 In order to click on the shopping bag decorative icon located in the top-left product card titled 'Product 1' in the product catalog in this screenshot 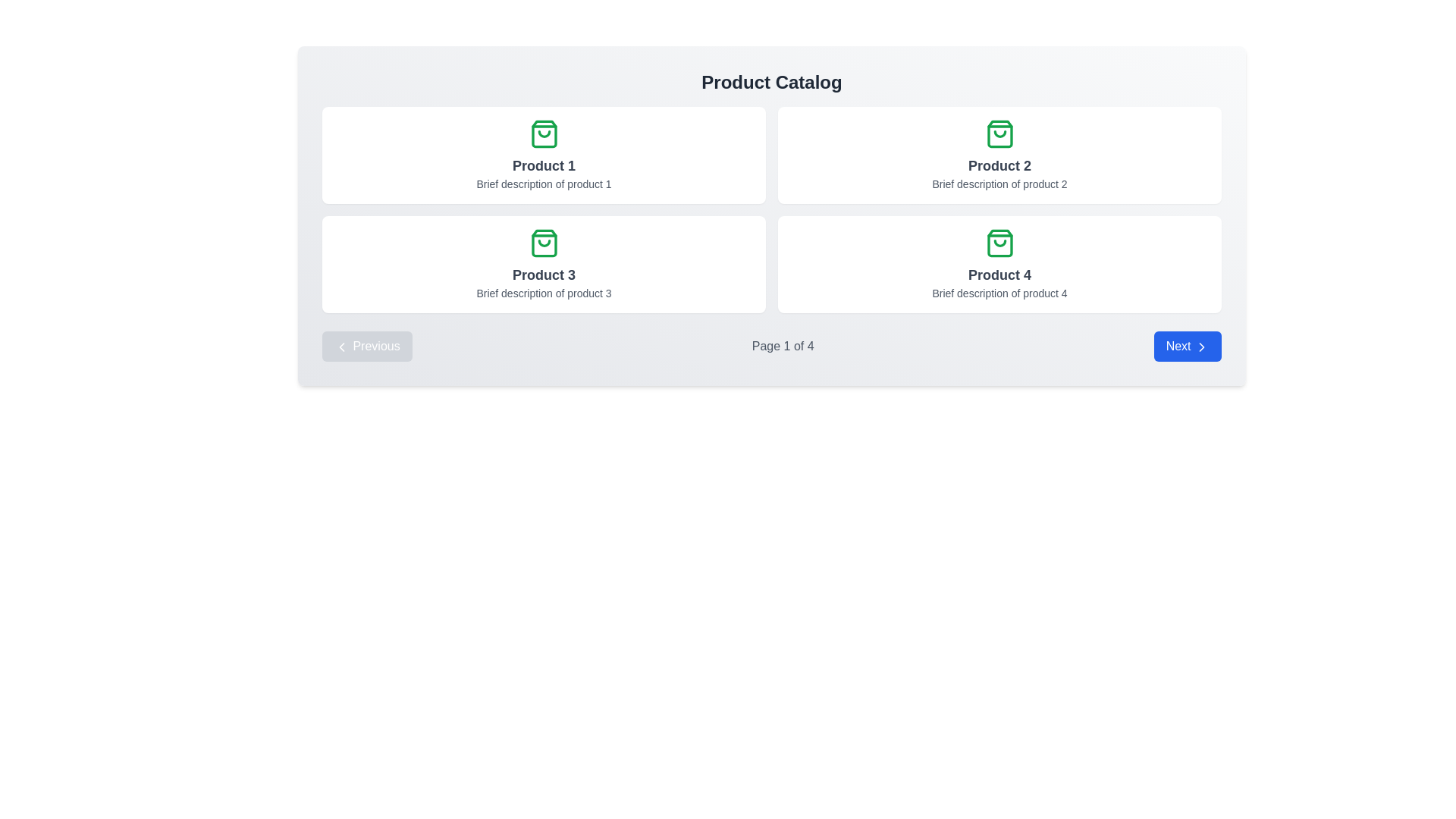, I will do `click(544, 133)`.